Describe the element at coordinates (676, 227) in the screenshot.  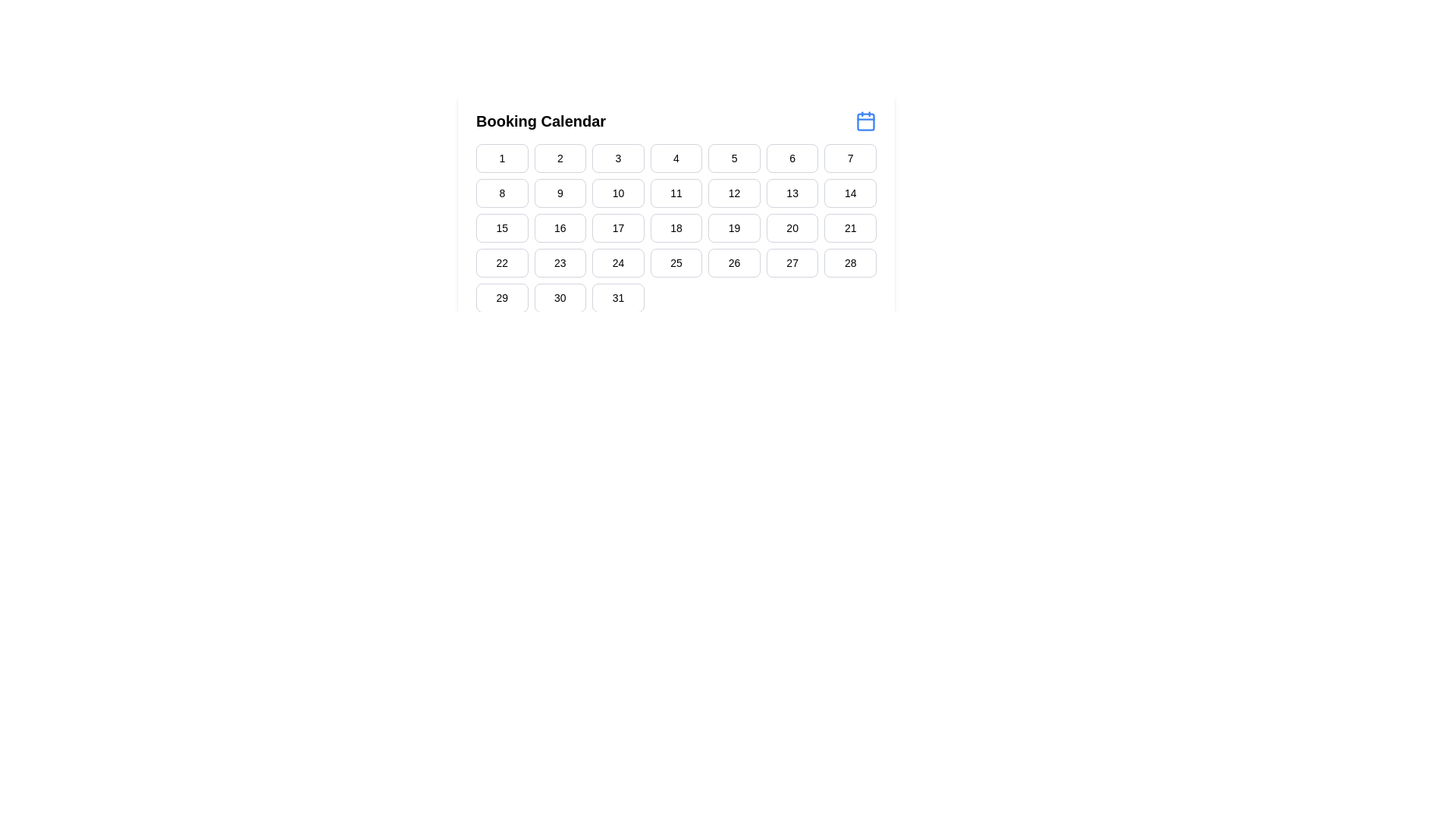
I see `the cell containing the number '18' in the Booking Calendar grid` at that location.